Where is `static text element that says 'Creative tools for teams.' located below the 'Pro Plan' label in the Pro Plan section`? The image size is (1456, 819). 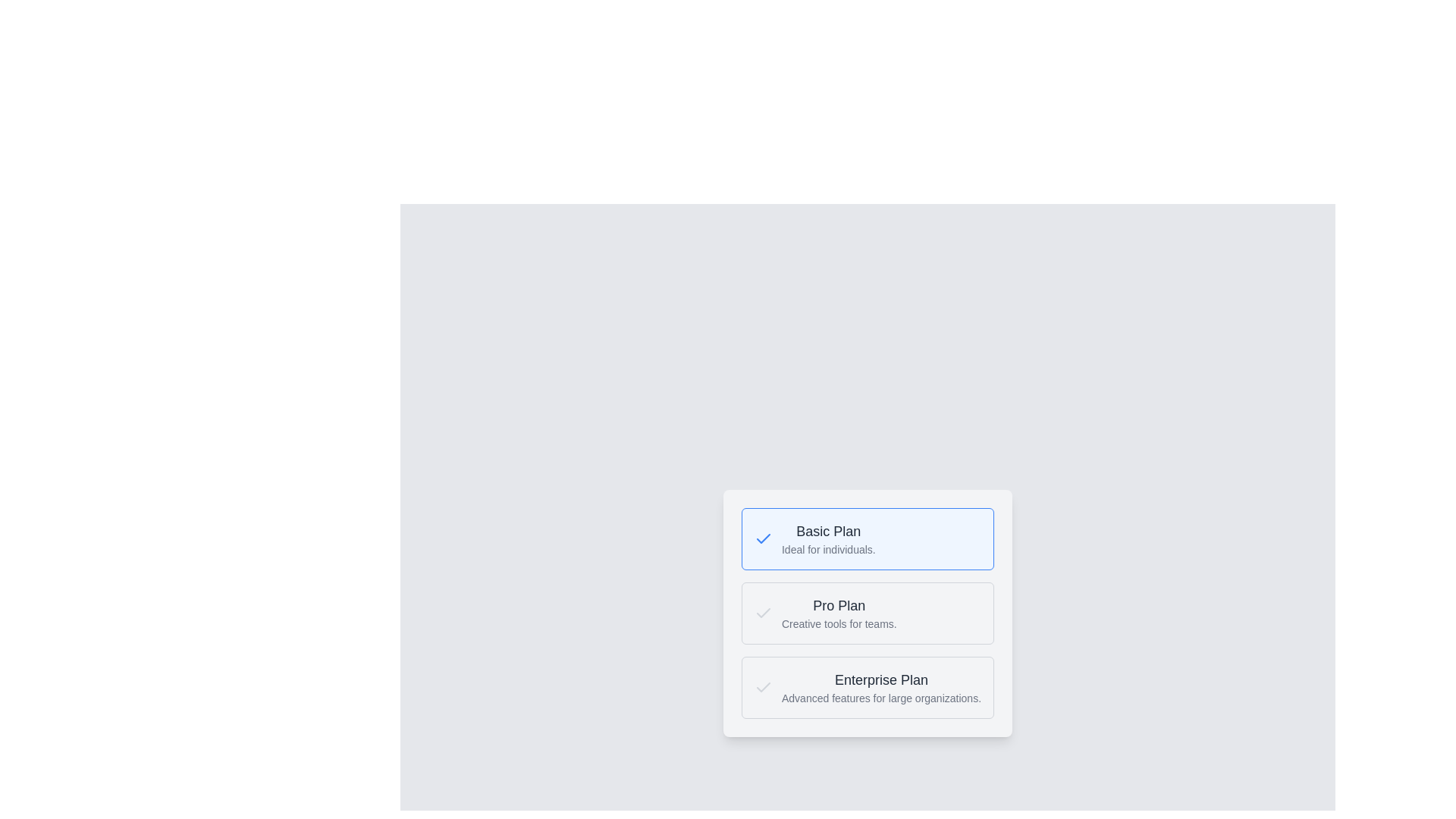
static text element that says 'Creative tools for teams.' located below the 'Pro Plan' label in the Pro Plan section is located at coordinates (838, 623).